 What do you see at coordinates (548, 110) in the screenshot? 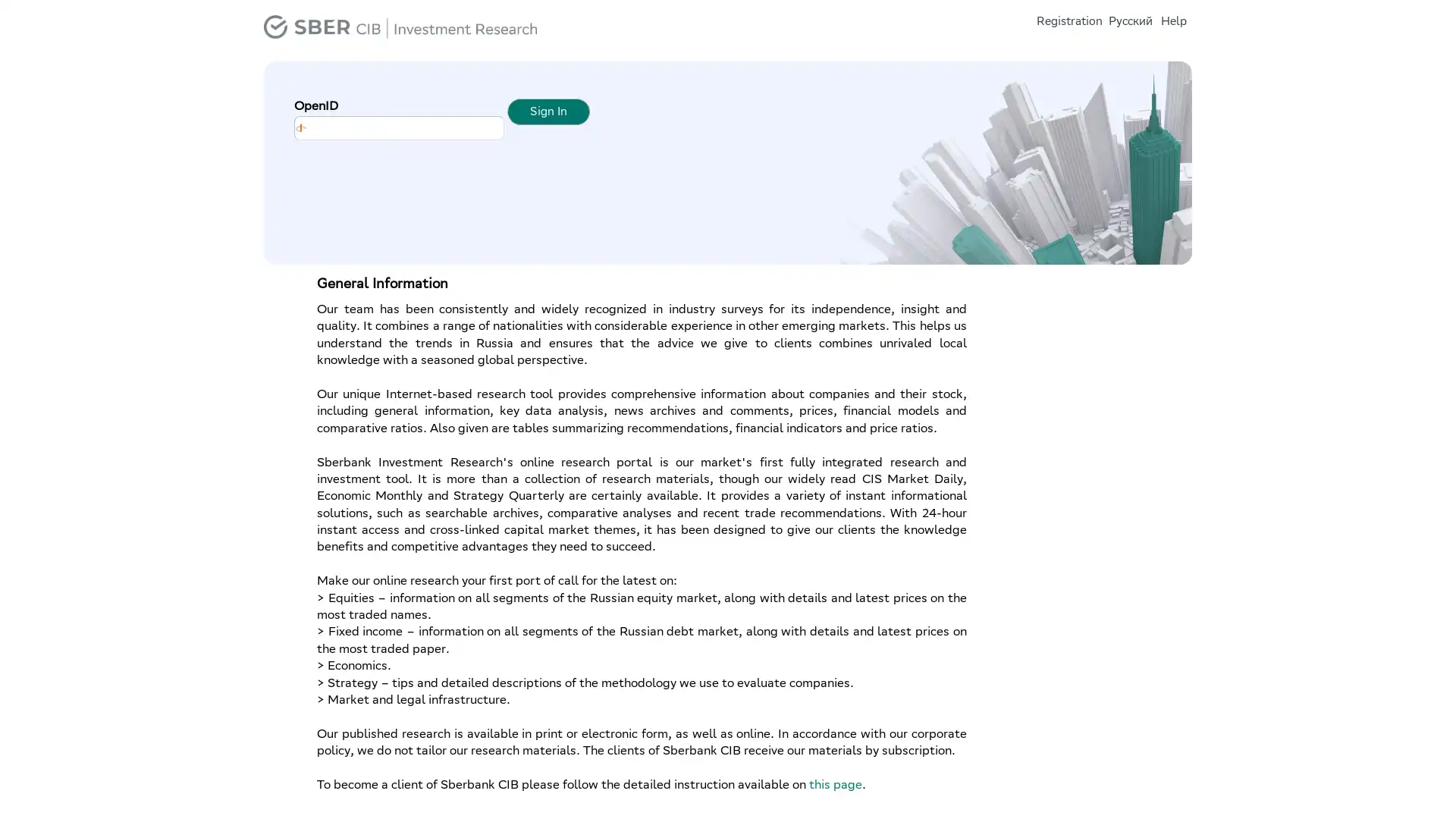
I see `Sign In` at bounding box center [548, 110].